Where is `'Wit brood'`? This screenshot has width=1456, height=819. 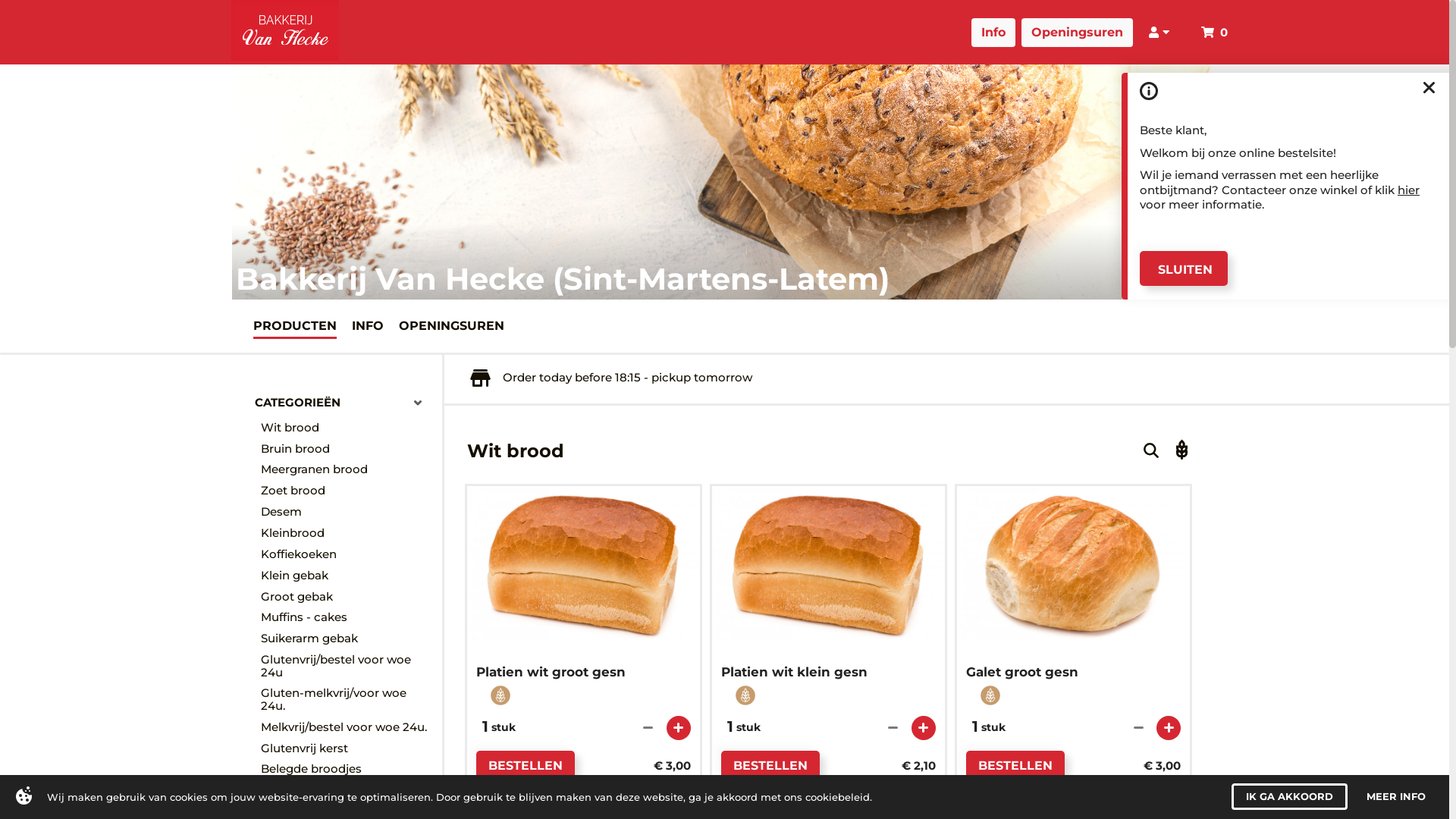
'Wit brood' is located at coordinates (346, 427).